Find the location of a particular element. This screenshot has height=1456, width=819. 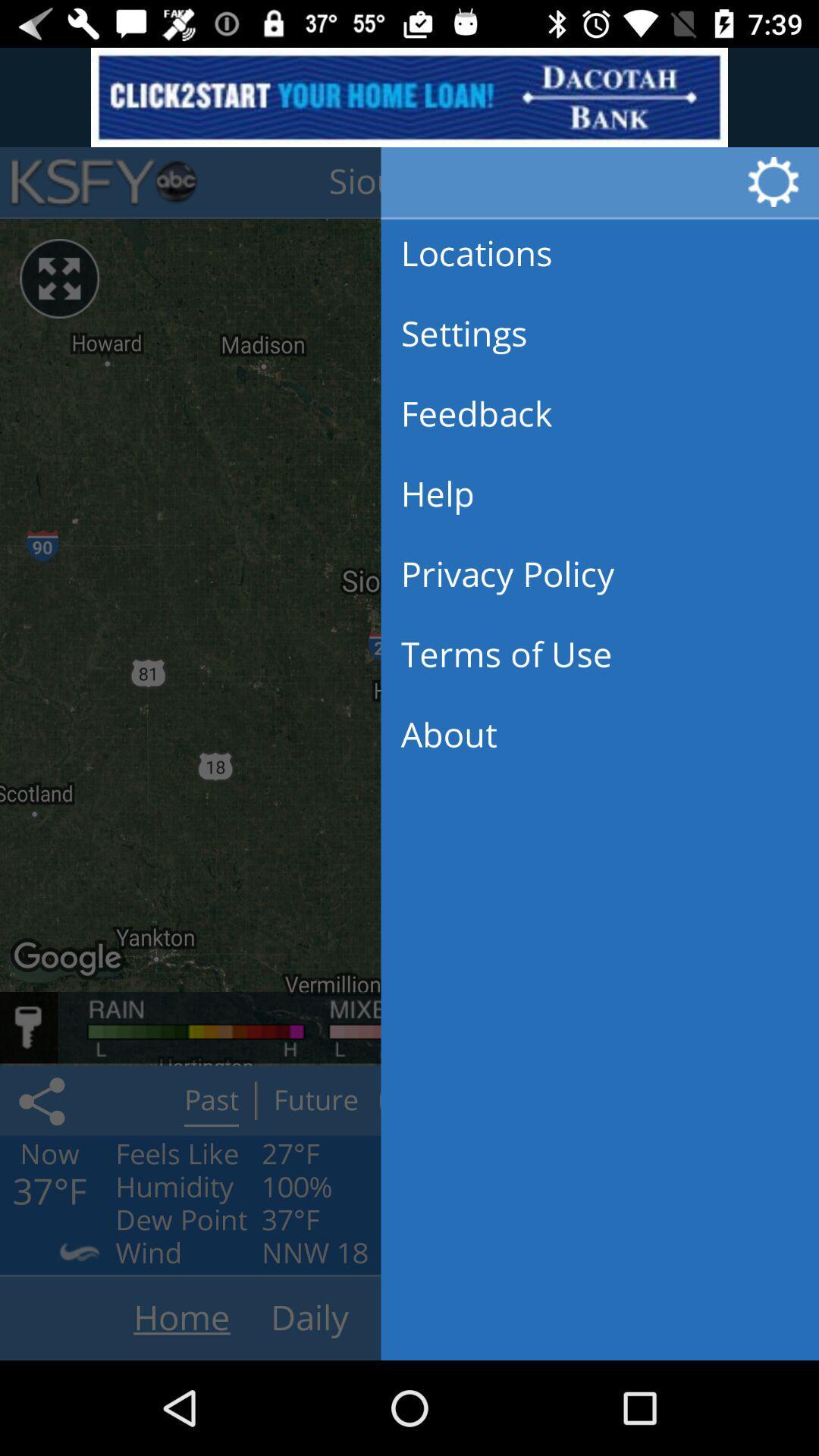

the share icon is located at coordinates (44, 1100).